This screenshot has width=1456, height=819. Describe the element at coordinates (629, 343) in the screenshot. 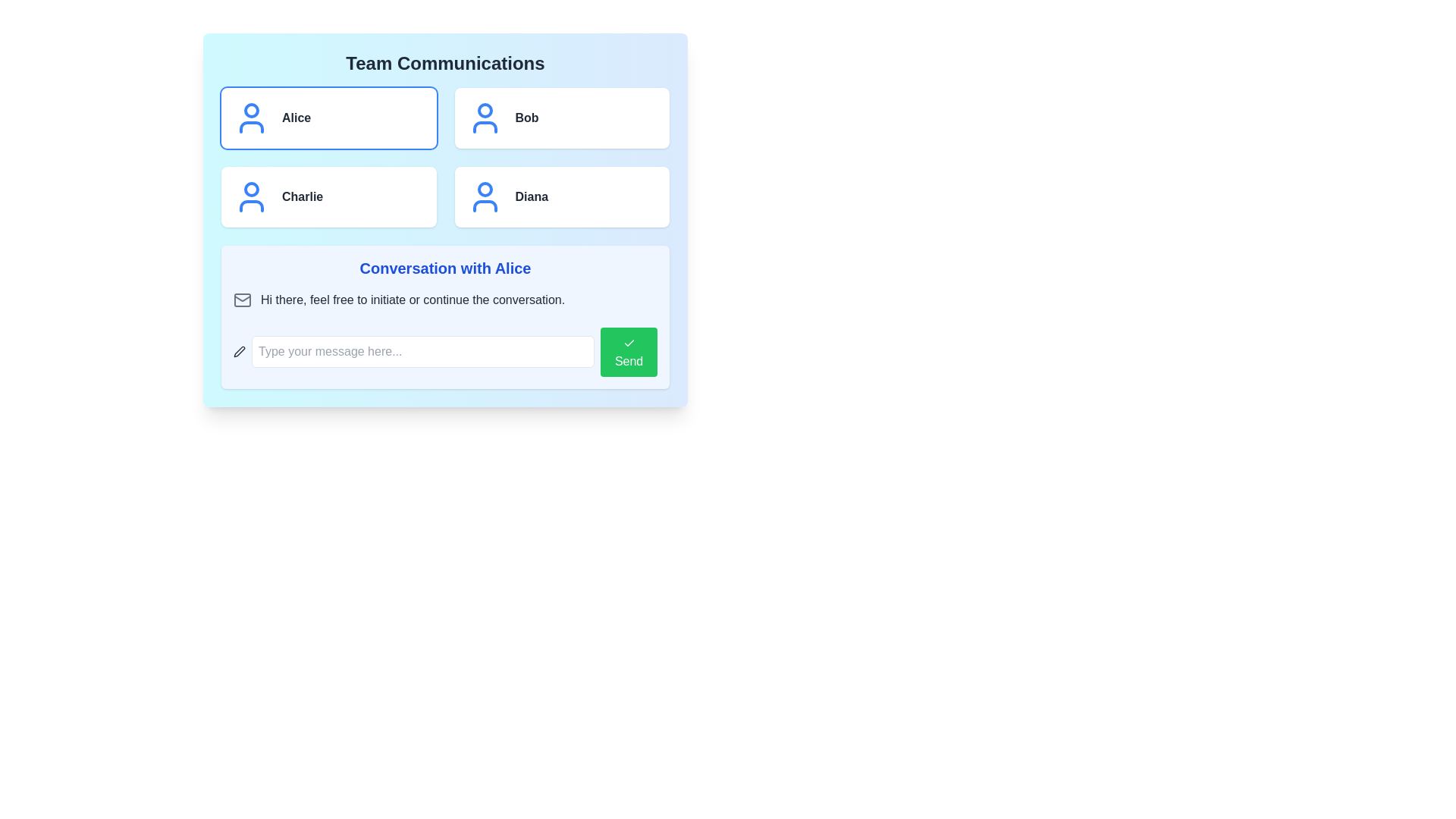

I see `the checkmark icon located inside the green 'Send' button, positioned near its left side, which indicates success or confirmation after sending a message` at that location.